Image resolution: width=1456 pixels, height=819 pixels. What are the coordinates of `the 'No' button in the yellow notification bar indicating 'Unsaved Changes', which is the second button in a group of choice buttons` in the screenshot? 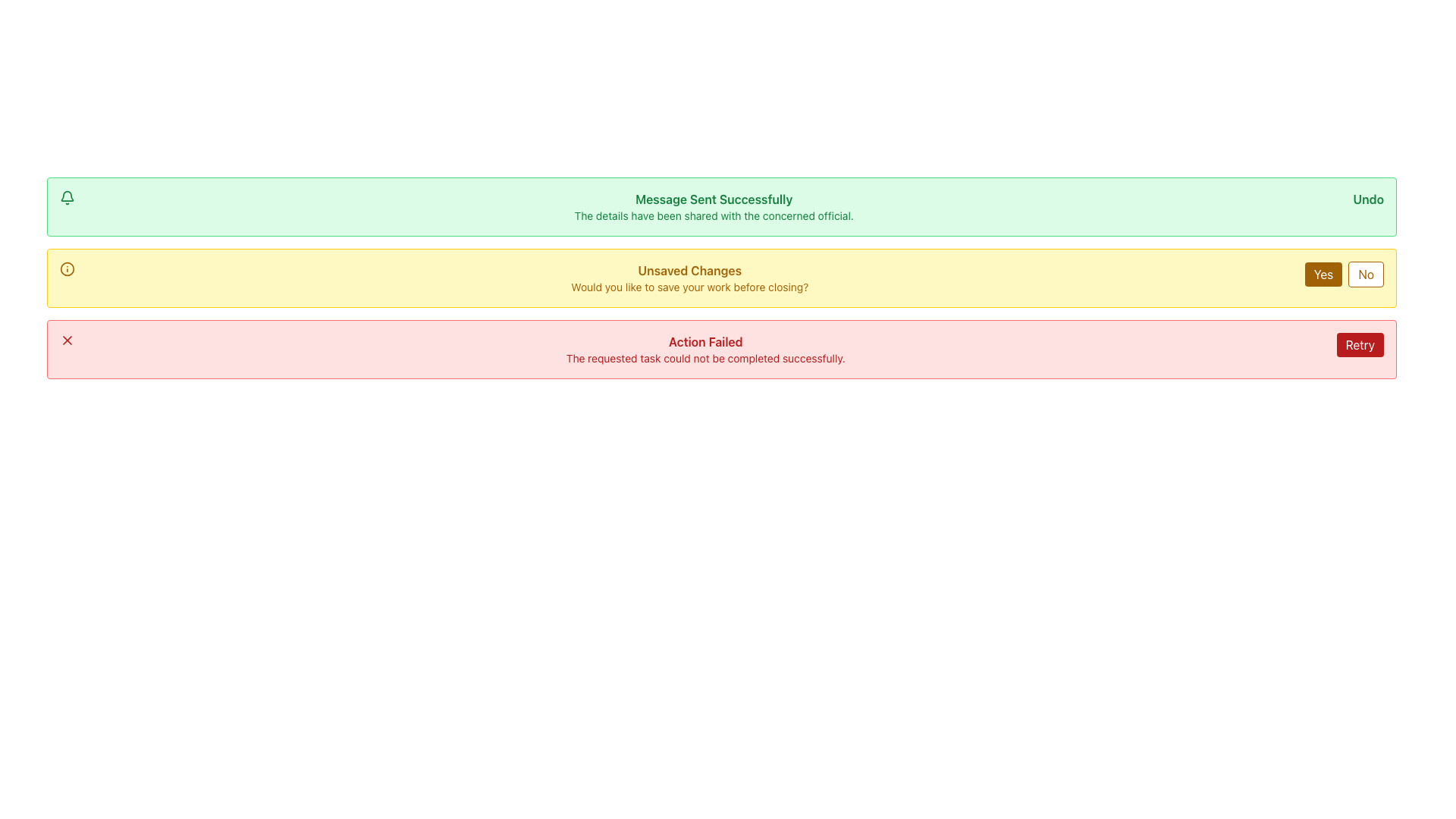 It's located at (1366, 275).